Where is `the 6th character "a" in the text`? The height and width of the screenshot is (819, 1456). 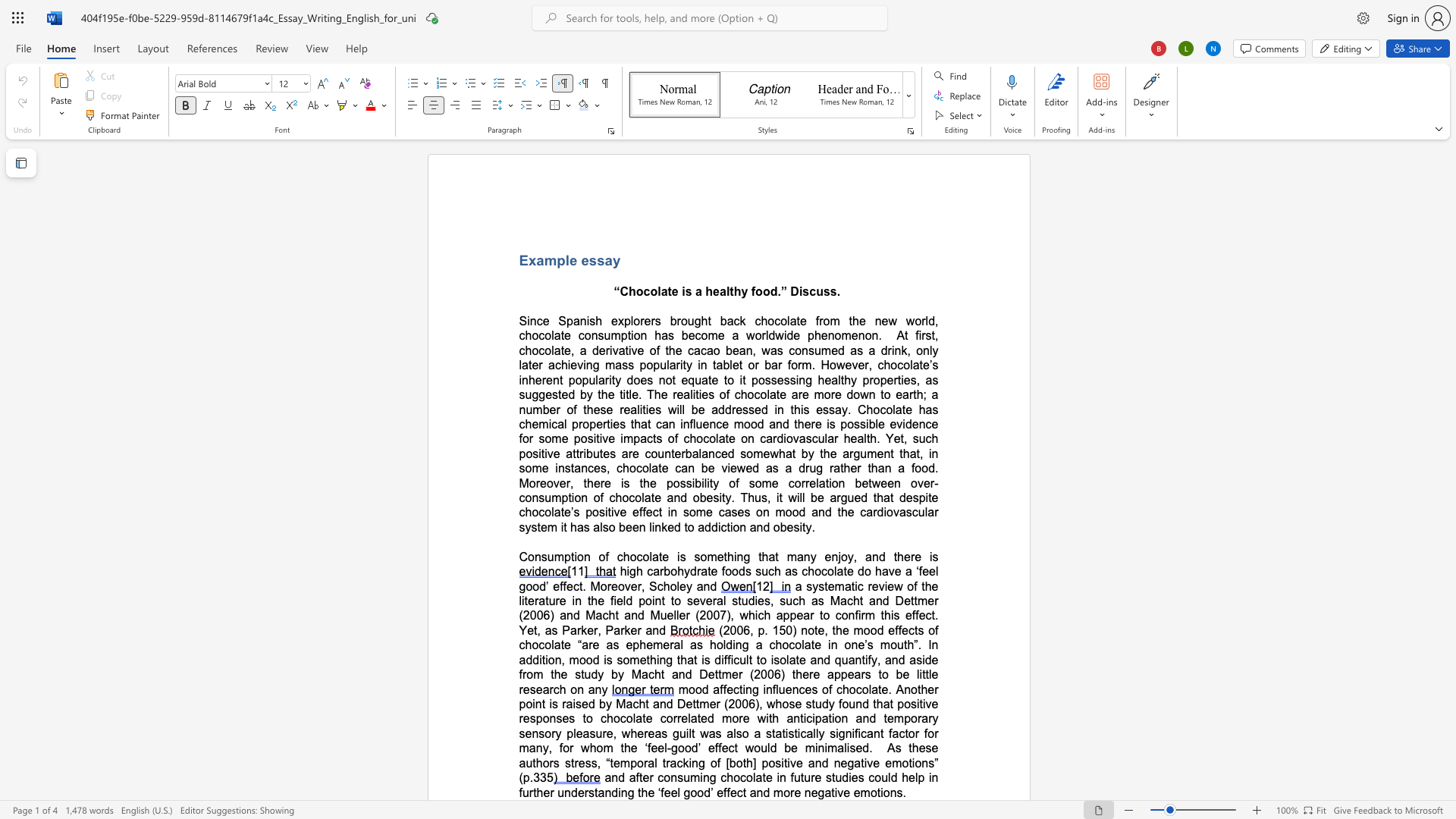
the 6th character "a" in the text is located at coordinates (905, 394).